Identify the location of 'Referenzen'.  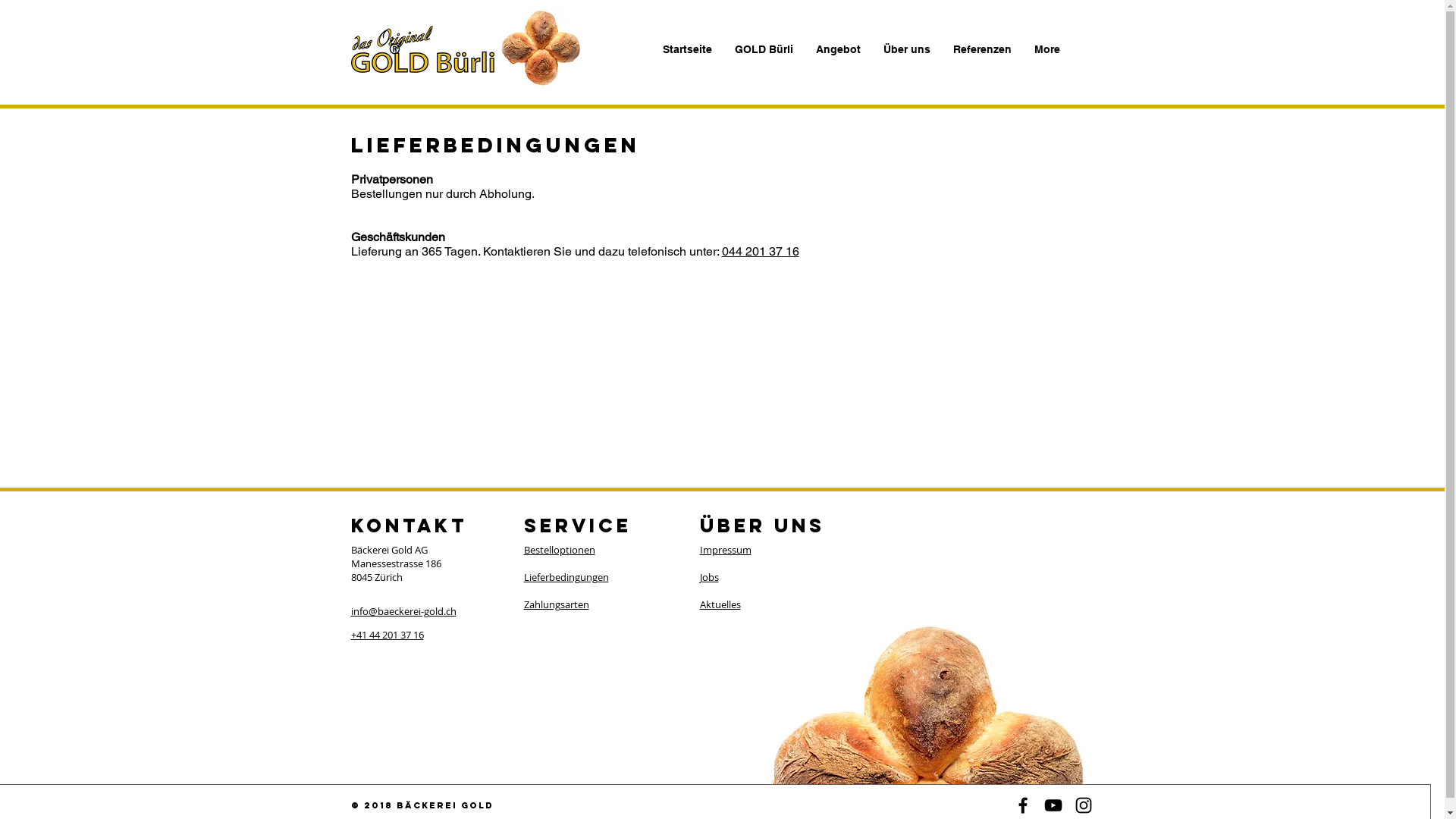
(982, 49).